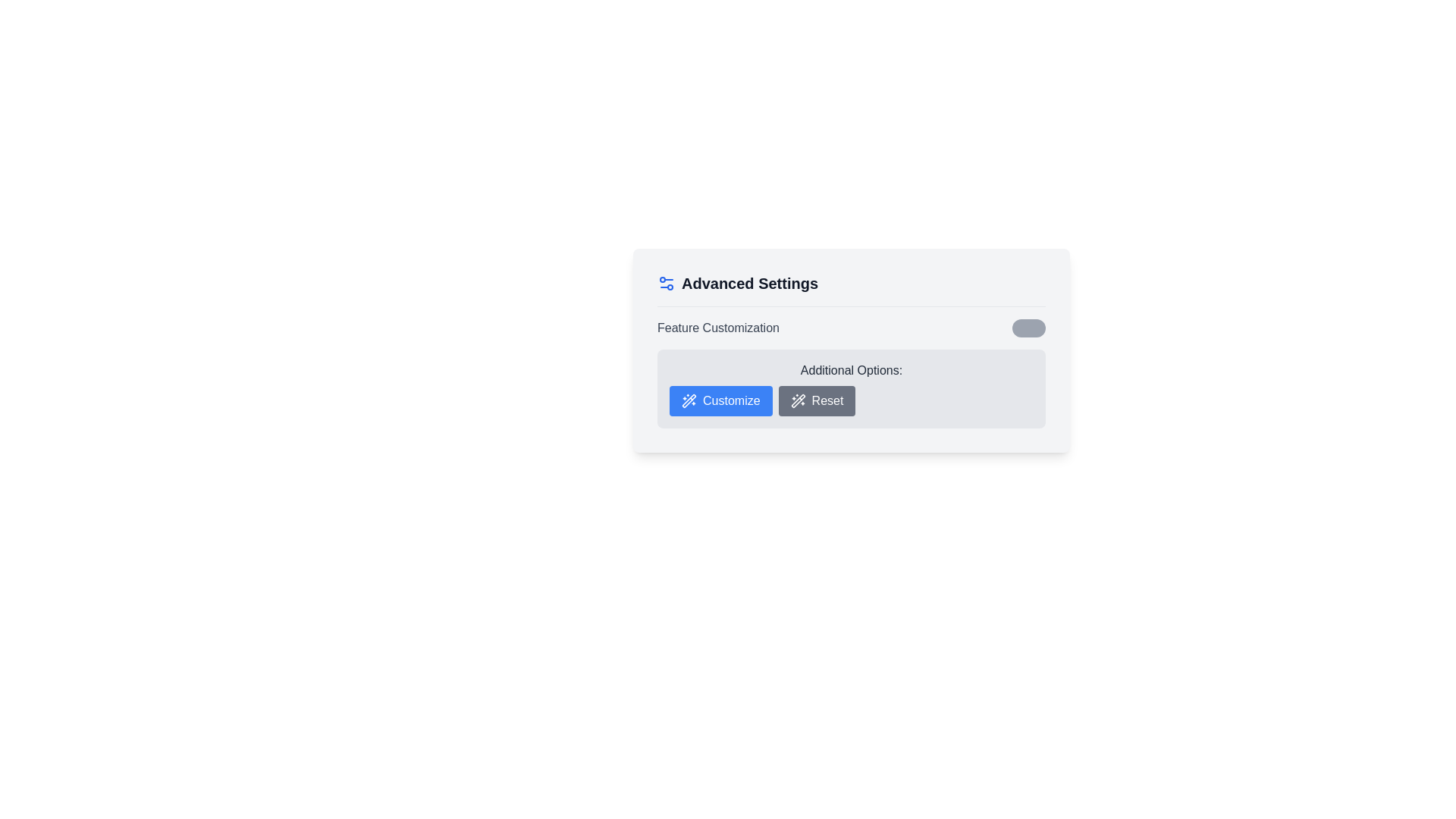 This screenshot has width=1456, height=819. What do you see at coordinates (1029, 327) in the screenshot?
I see `the toggle switch styled as a rounded rectangle with a circular knob, located in the 'Feature Customization' row in 'Advanced Settings'` at bounding box center [1029, 327].